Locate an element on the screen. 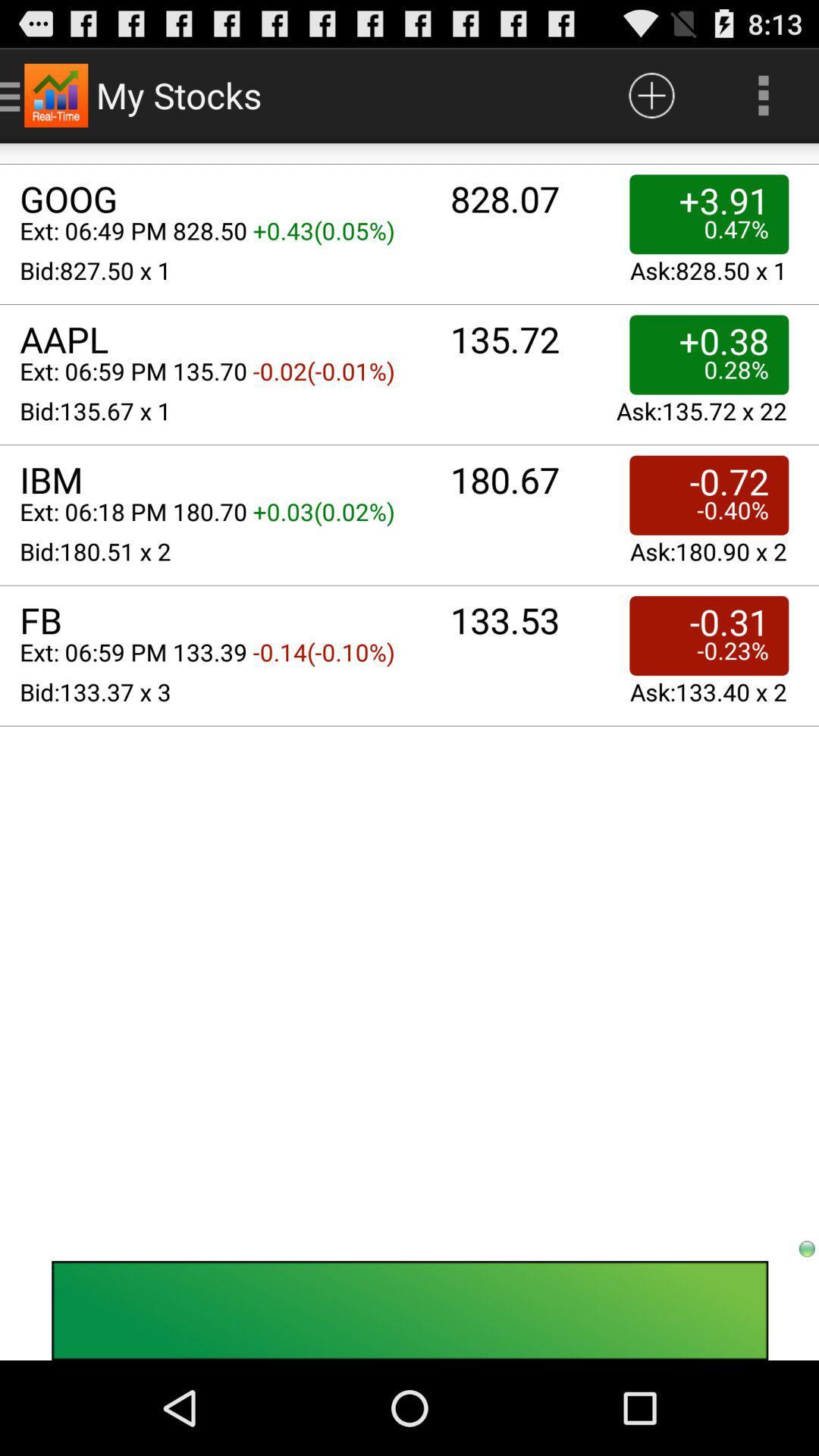 The width and height of the screenshot is (819, 1456). the app above +3.91 is located at coordinates (763, 94).